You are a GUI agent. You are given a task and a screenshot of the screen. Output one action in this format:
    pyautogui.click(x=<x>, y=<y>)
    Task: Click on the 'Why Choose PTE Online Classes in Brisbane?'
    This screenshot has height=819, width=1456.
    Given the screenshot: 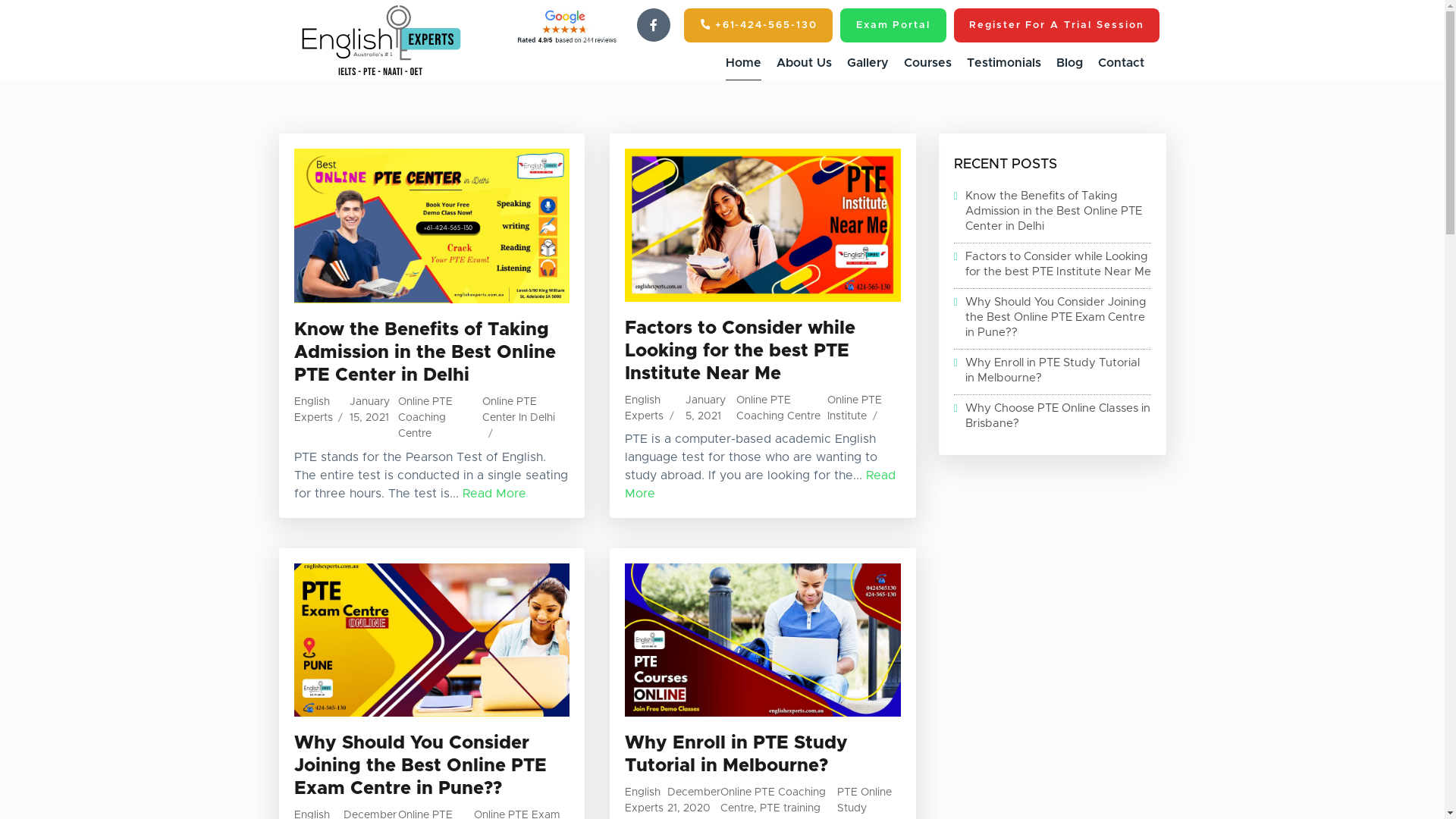 What is the action you would take?
    pyautogui.click(x=1051, y=416)
    